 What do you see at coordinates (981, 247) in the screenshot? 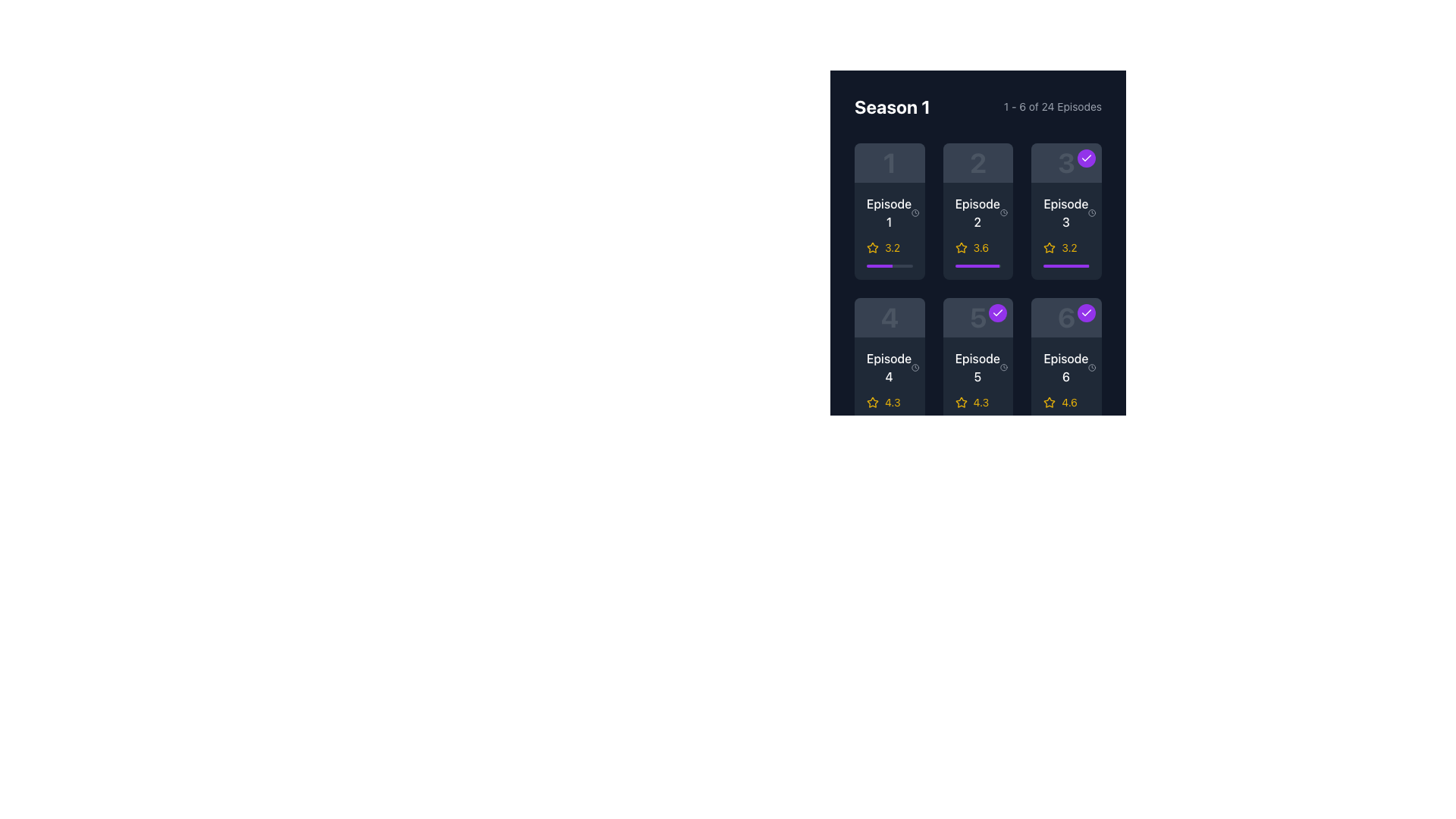
I see `the numerical rating text label for 'Episode 2'` at bounding box center [981, 247].